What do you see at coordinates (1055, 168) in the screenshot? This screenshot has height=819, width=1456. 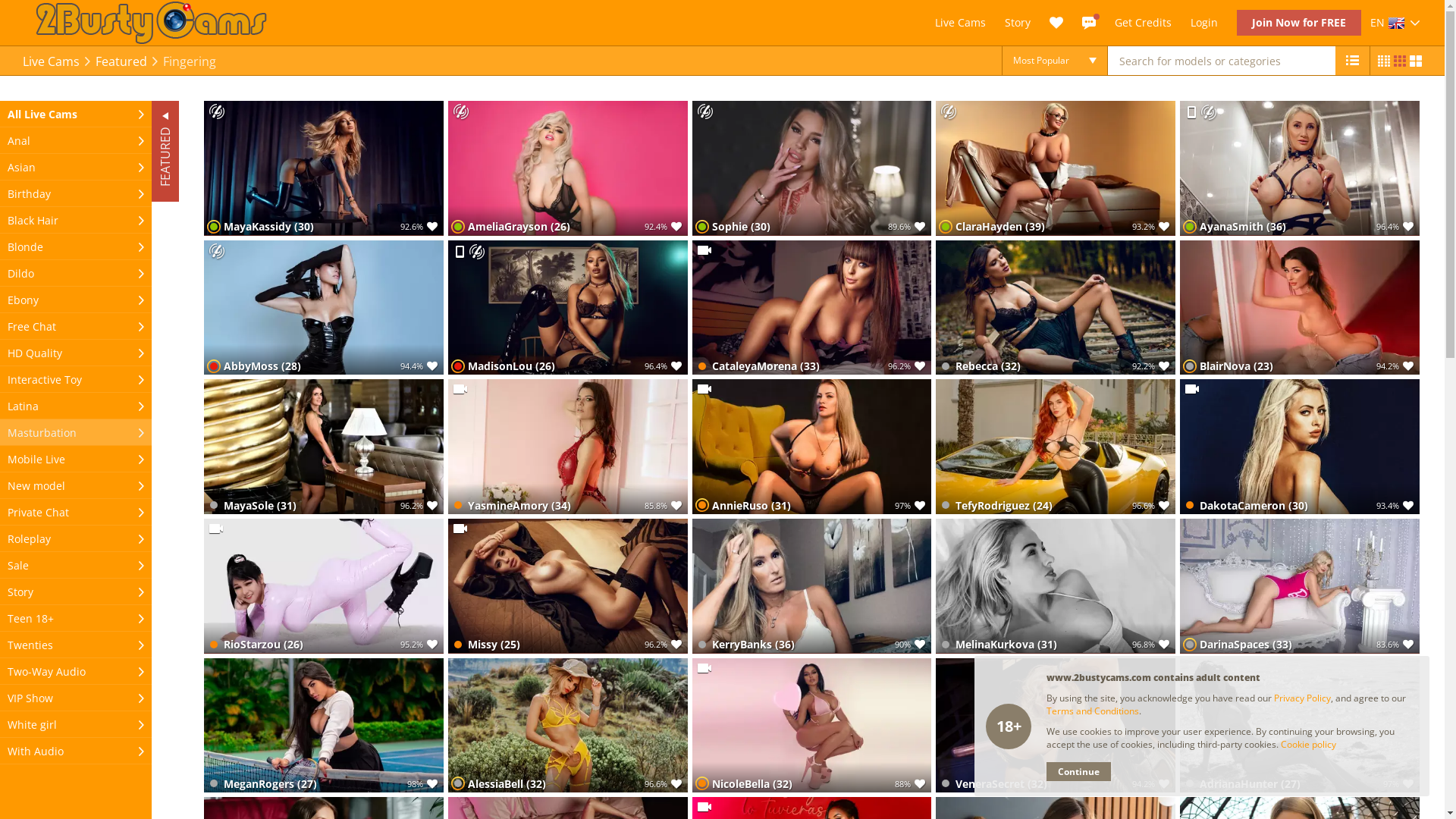 I see `'ClaraHayden (39)` at bounding box center [1055, 168].